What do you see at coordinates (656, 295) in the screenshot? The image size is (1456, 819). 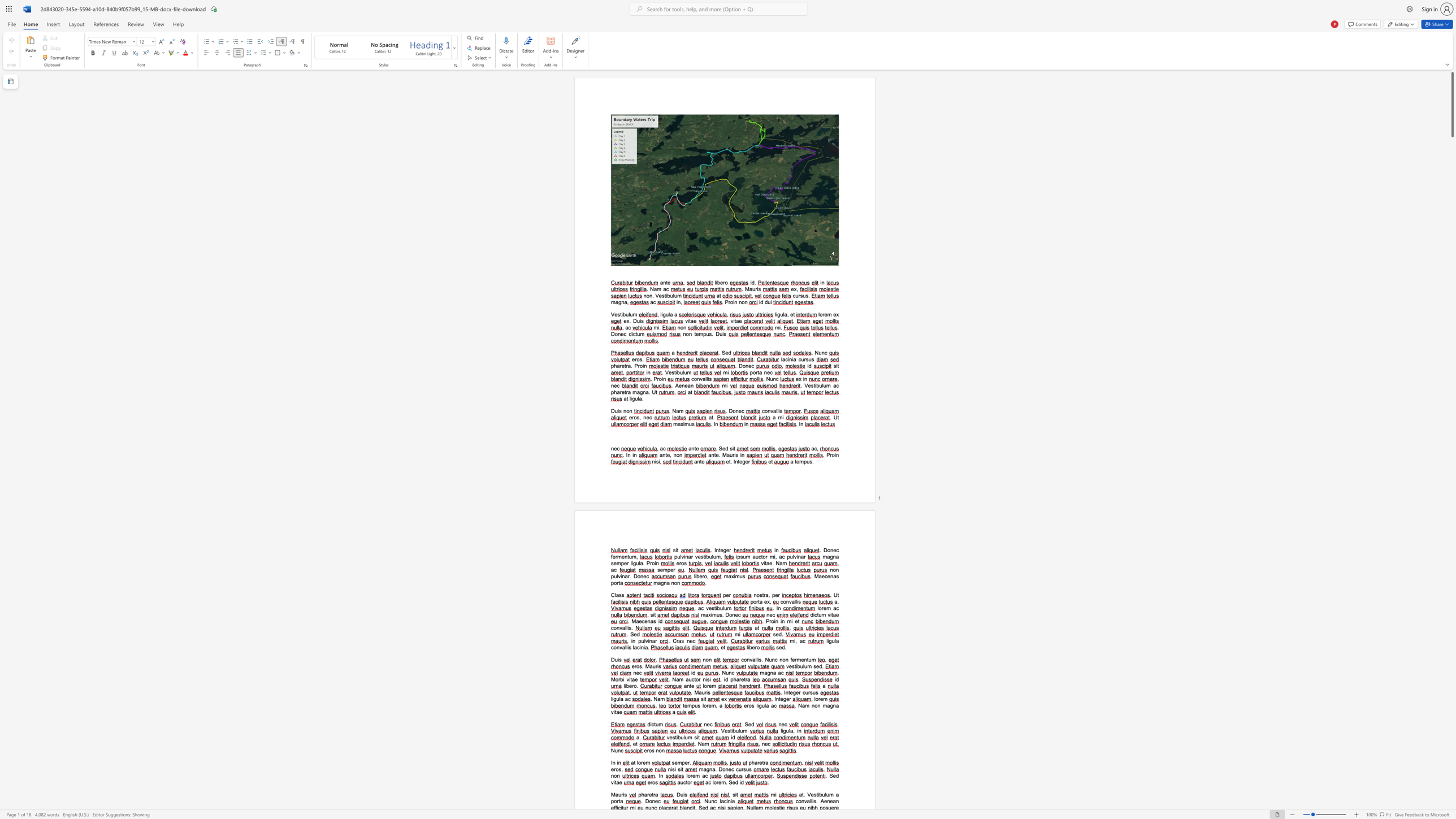 I see `the 1th character "V" in the text` at bounding box center [656, 295].